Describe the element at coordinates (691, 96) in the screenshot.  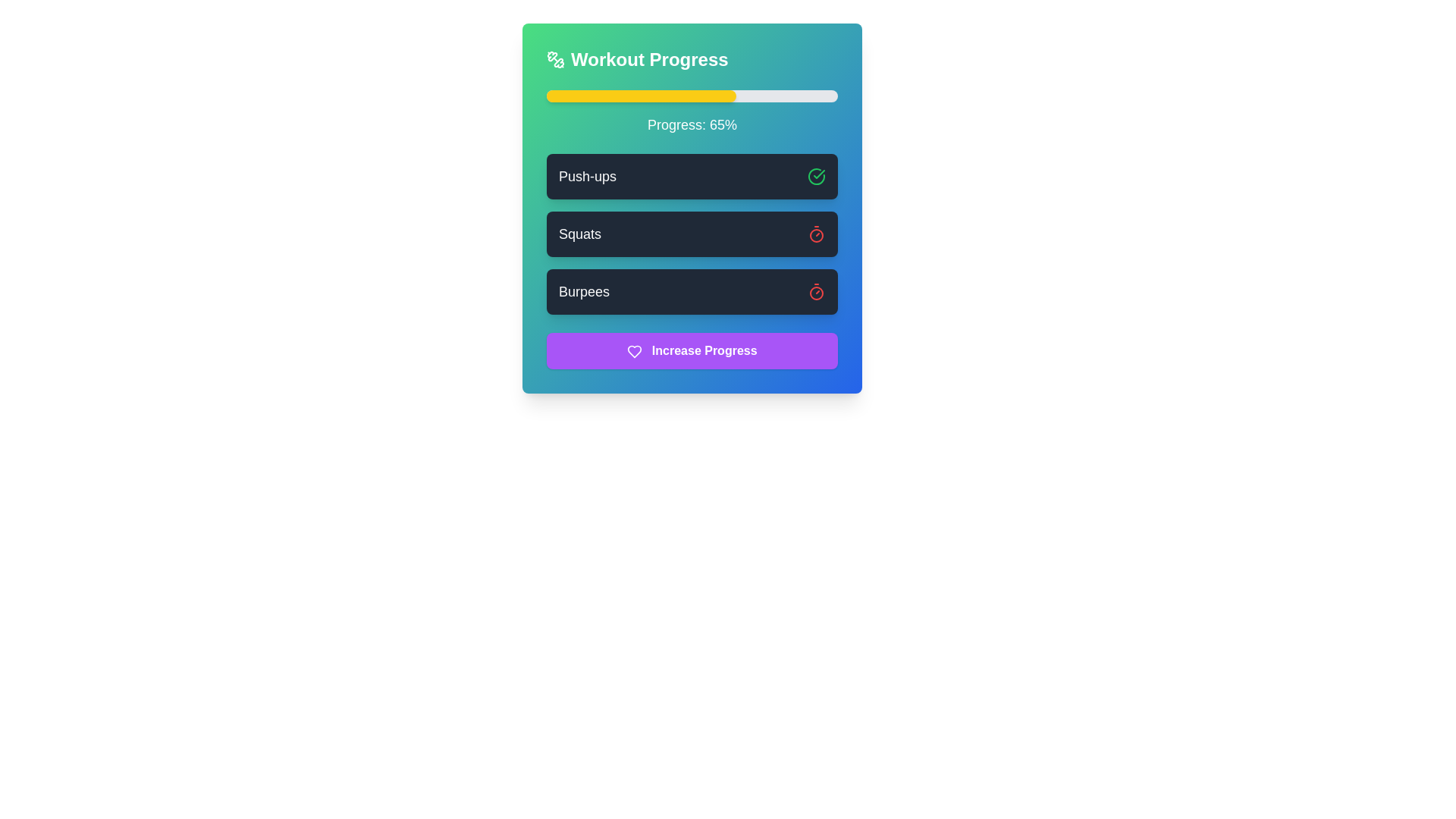
I see `the Progress Bar that visually represents 65% progress, located under the 'Workout Progress' header and above the text 'Progress: 65%'` at that location.